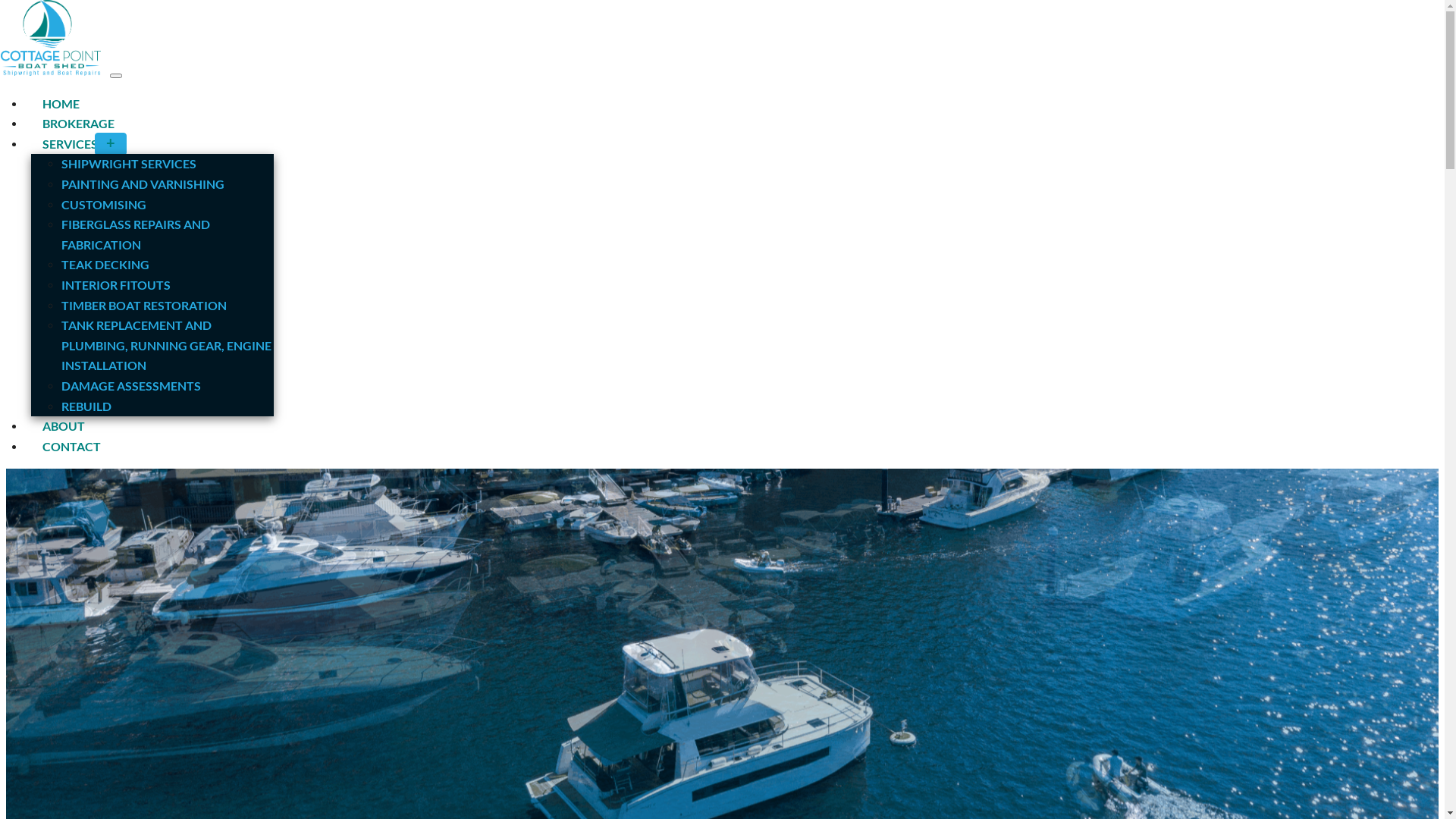 Image resolution: width=1456 pixels, height=819 pixels. I want to click on 'CUSTOMISING', so click(61, 203).